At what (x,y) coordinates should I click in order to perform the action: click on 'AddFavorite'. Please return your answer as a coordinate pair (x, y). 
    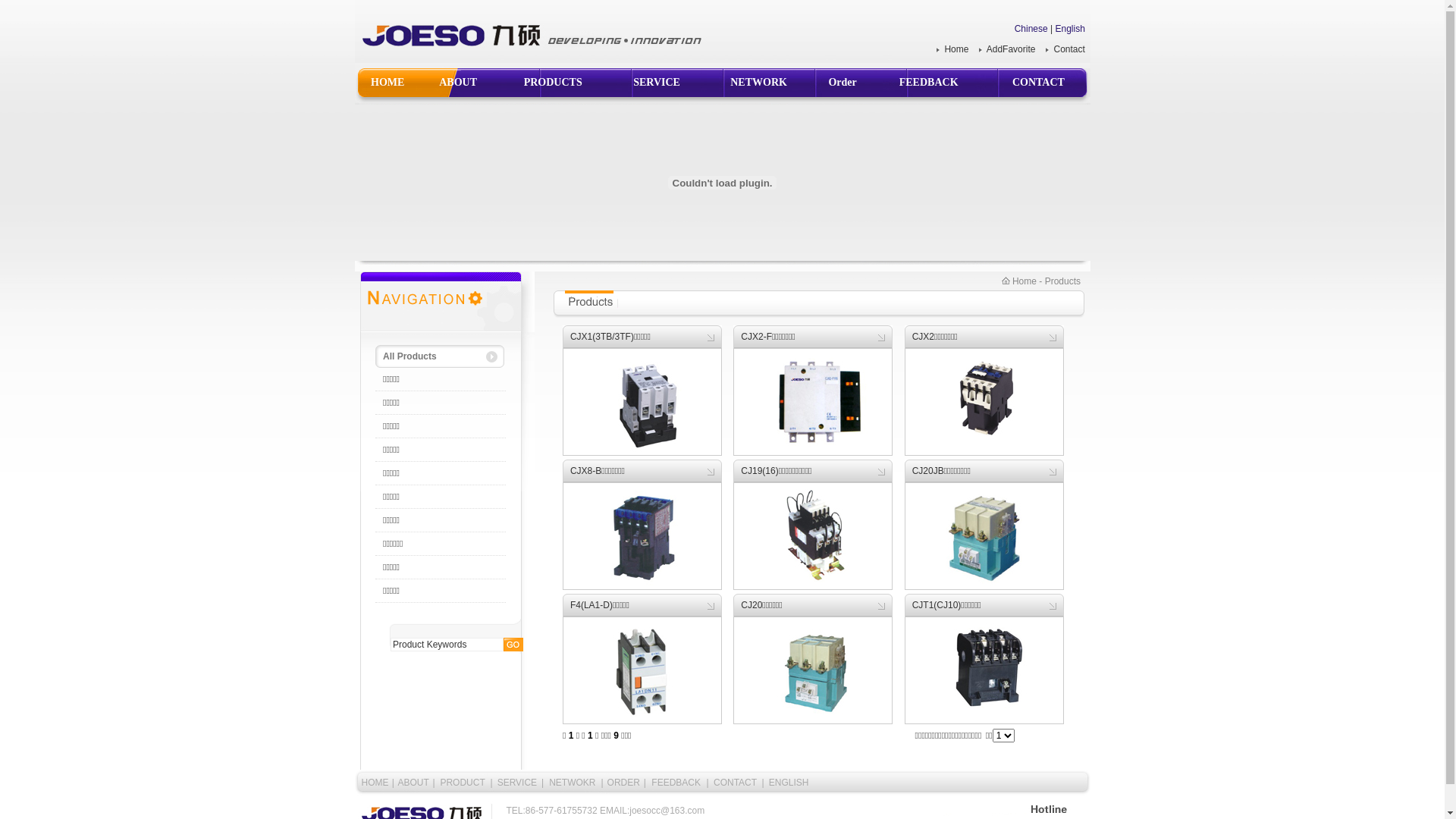
    Looking at the image, I should click on (986, 49).